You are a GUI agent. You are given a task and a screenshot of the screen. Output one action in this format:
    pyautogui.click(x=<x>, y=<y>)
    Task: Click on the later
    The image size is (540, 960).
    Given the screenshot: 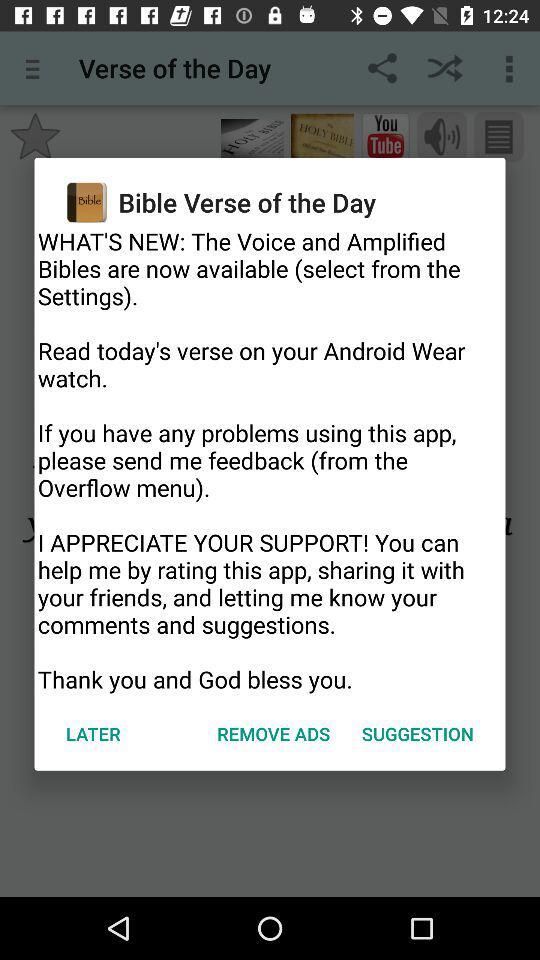 What is the action you would take?
    pyautogui.click(x=92, y=732)
    